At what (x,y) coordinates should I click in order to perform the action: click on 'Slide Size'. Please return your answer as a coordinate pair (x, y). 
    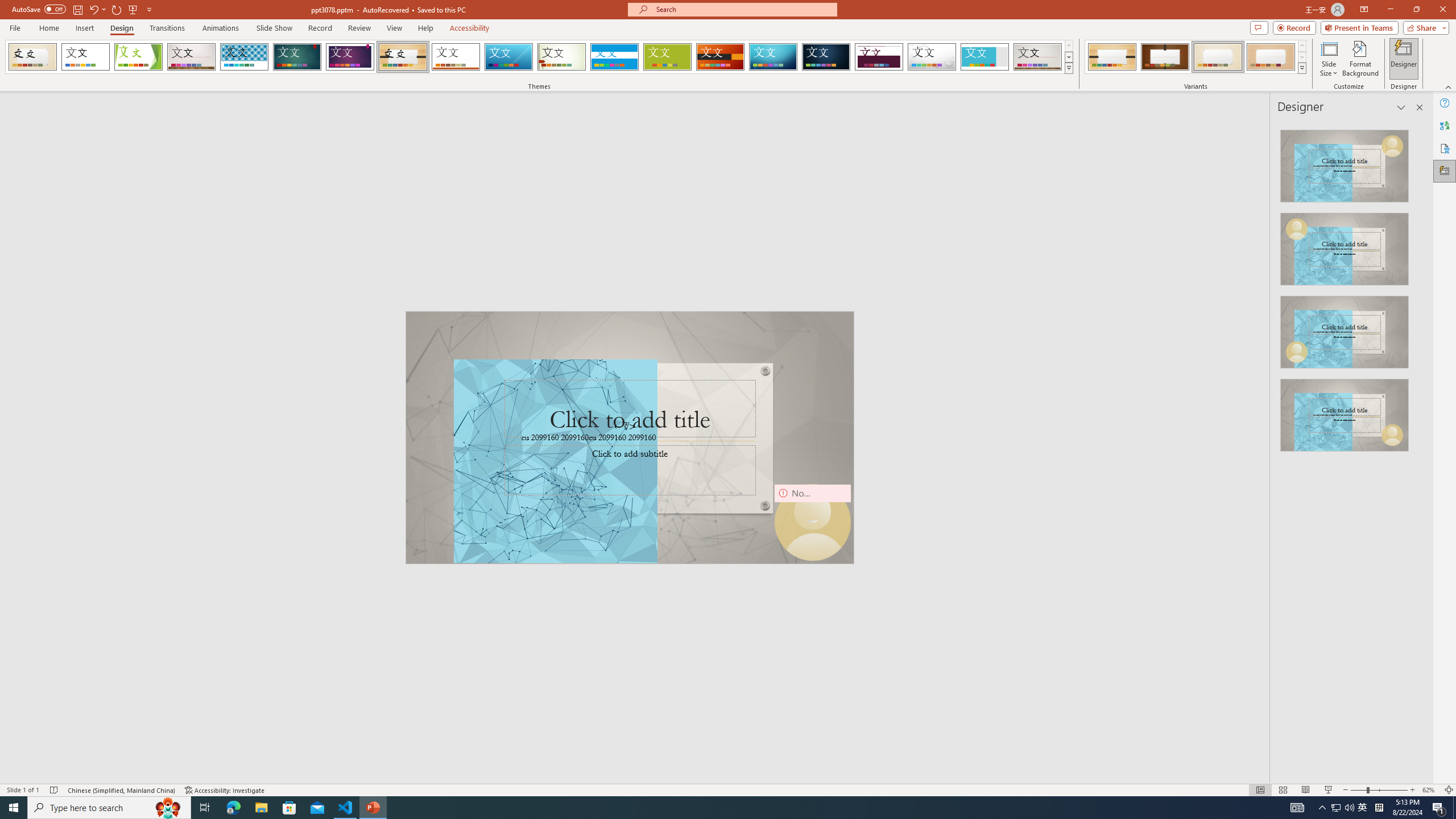
    Looking at the image, I should click on (1329, 59).